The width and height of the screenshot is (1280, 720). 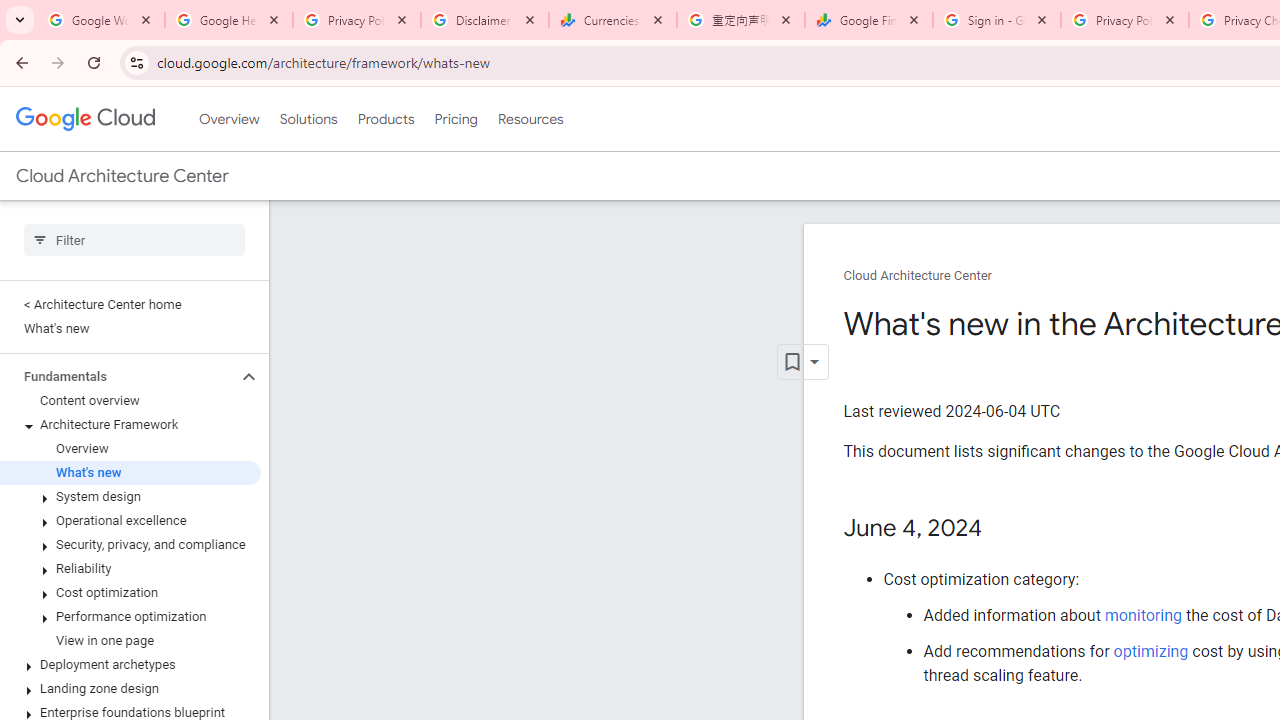 What do you see at coordinates (129, 424) in the screenshot?
I see `'Architecture Framework'` at bounding box center [129, 424].